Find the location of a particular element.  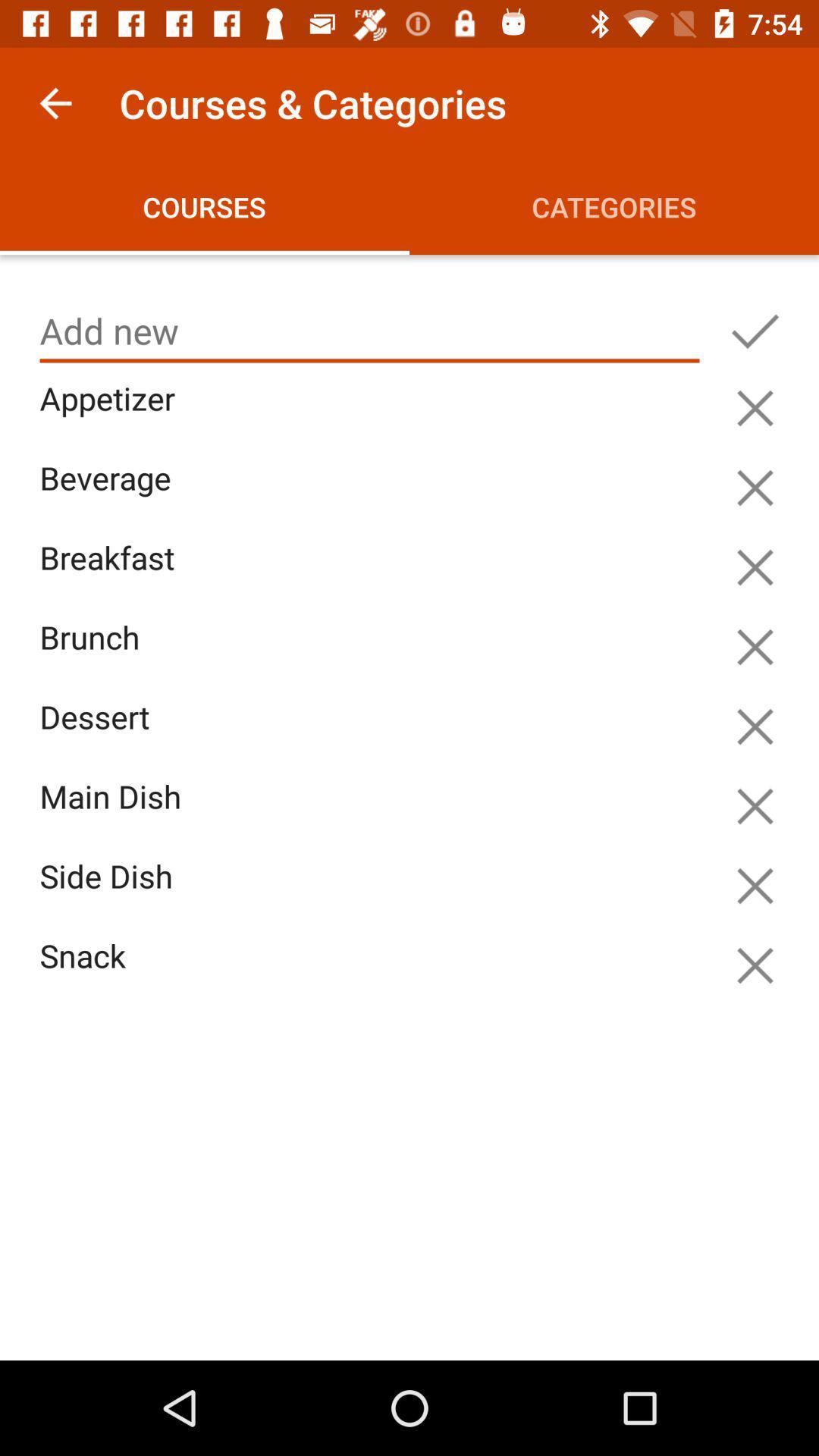

do n't add breakfast is located at coordinates (755, 566).